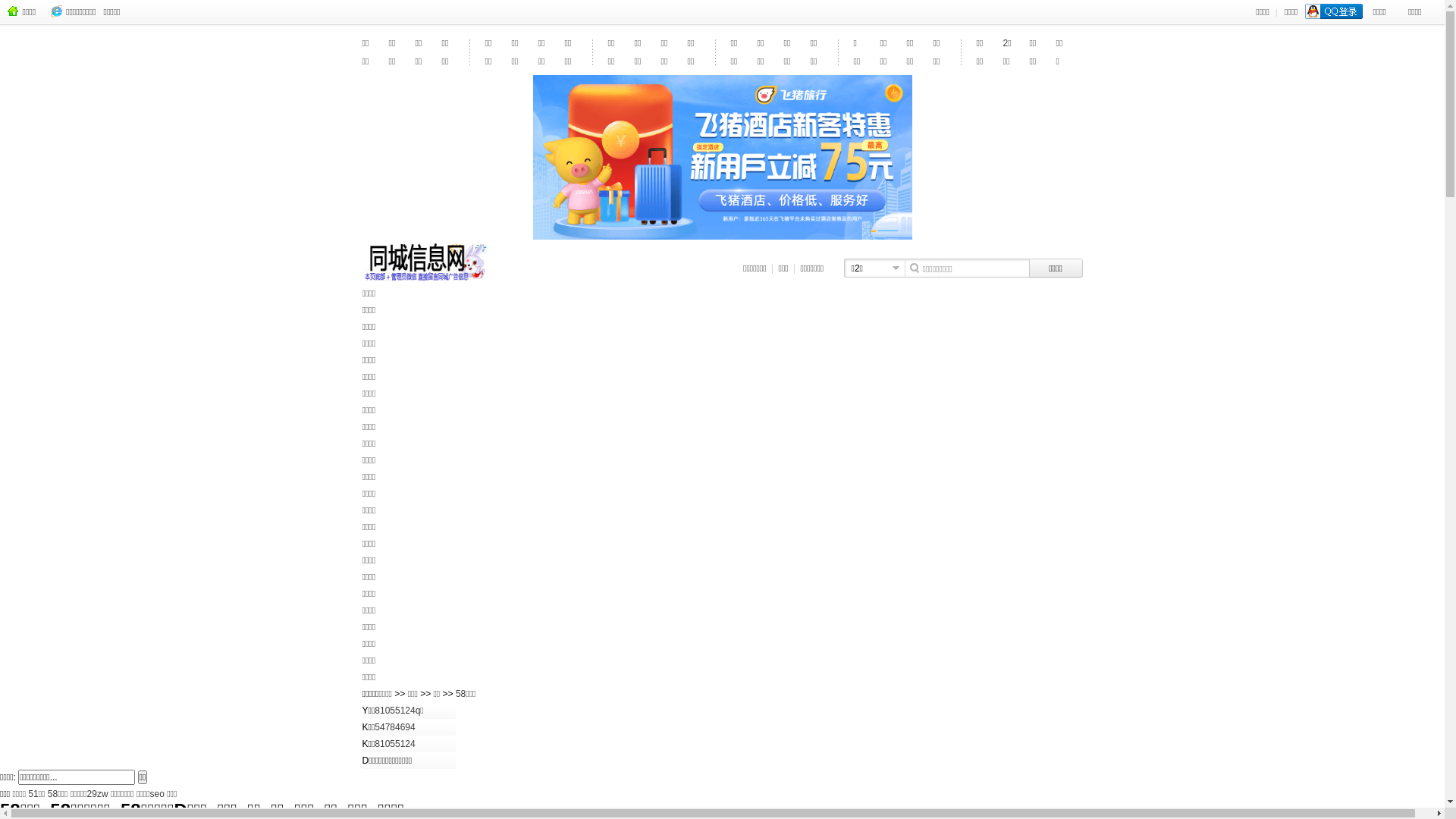  Describe the element at coordinates (394, 742) in the screenshot. I see `'81055124'` at that location.